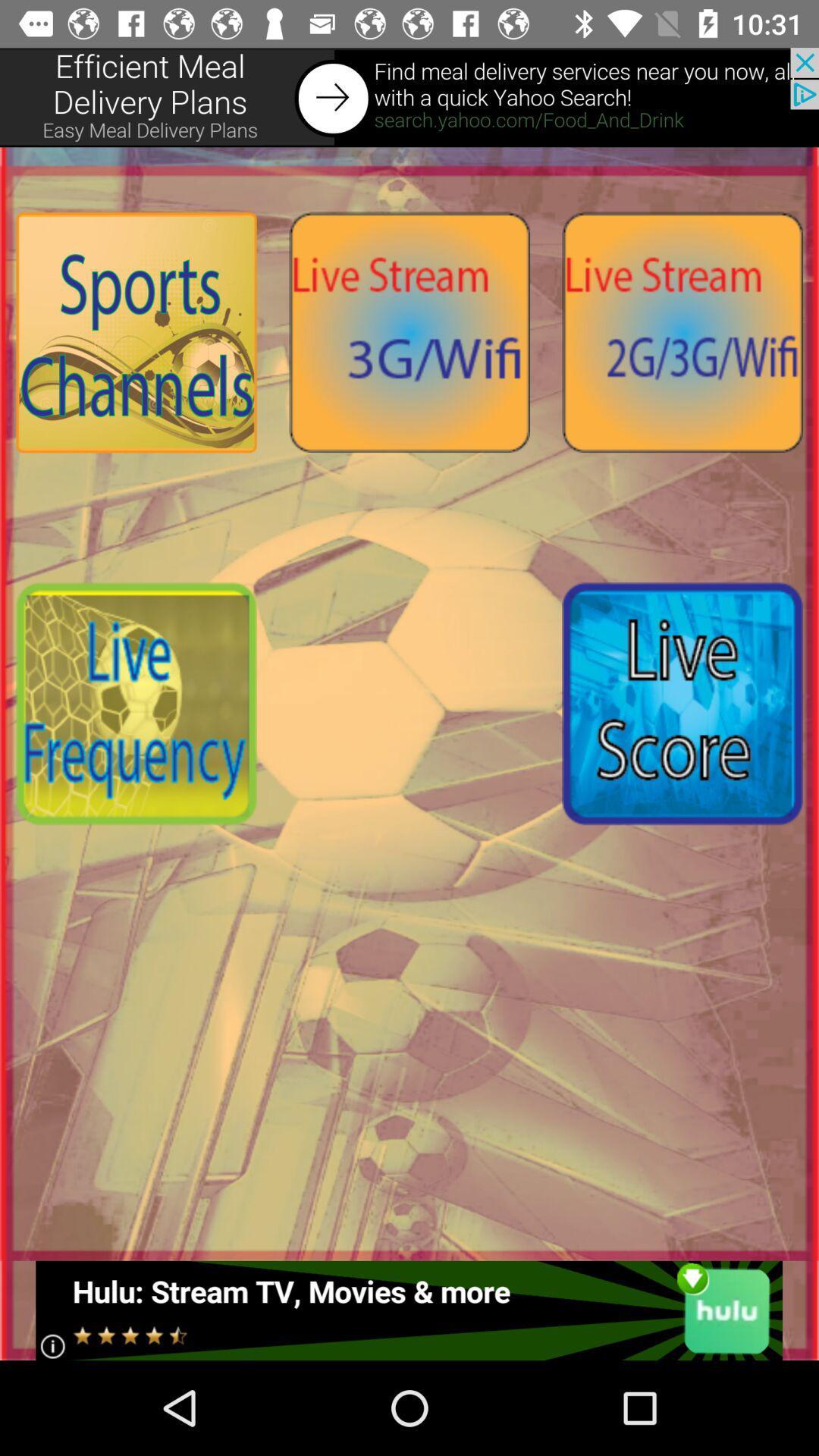  Describe the element at coordinates (136, 703) in the screenshot. I see `live frequency` at that location.